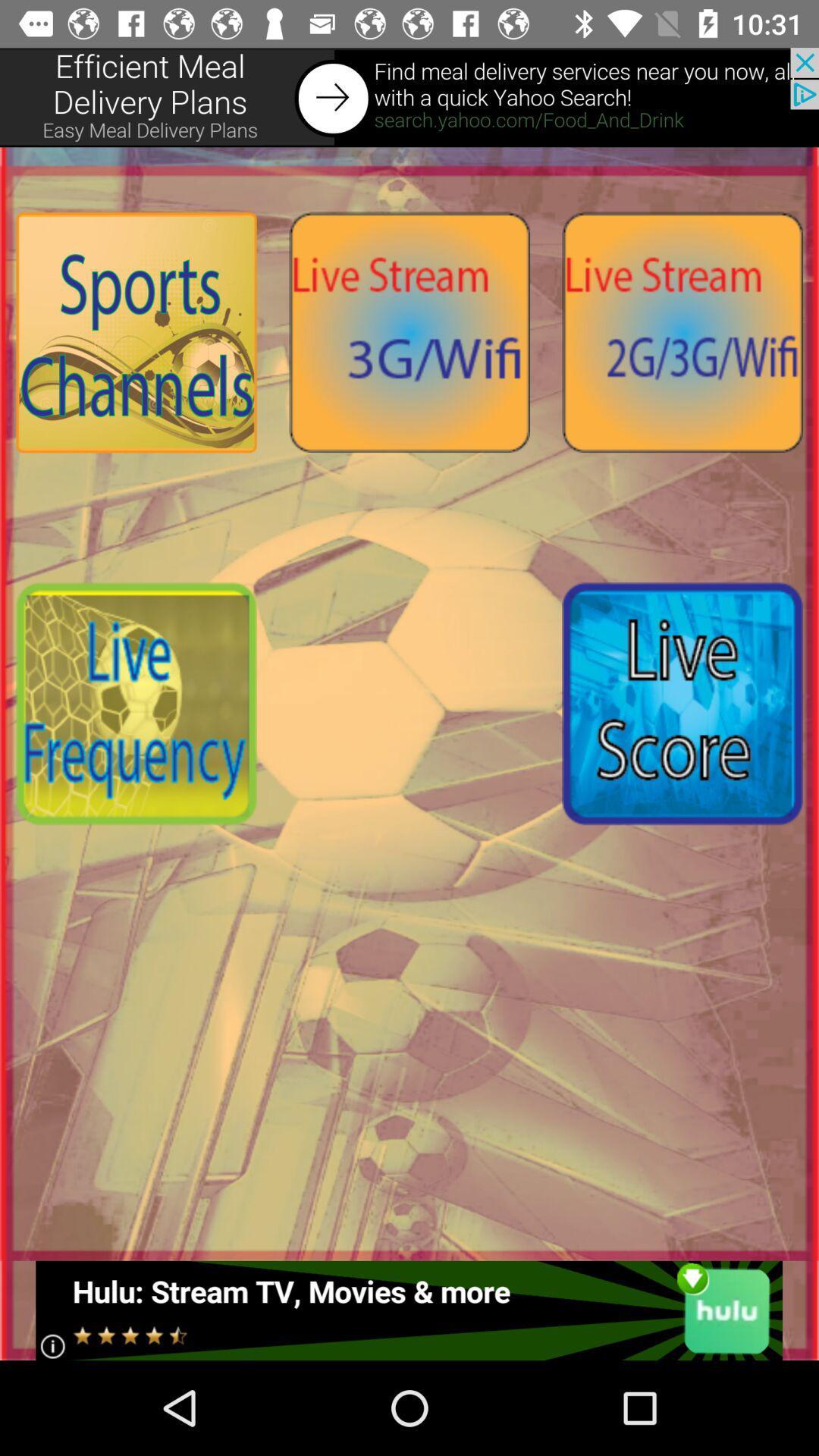  Describe the element at coordinates (136, 703) in the screenshot. I see `live frequency` at that location.